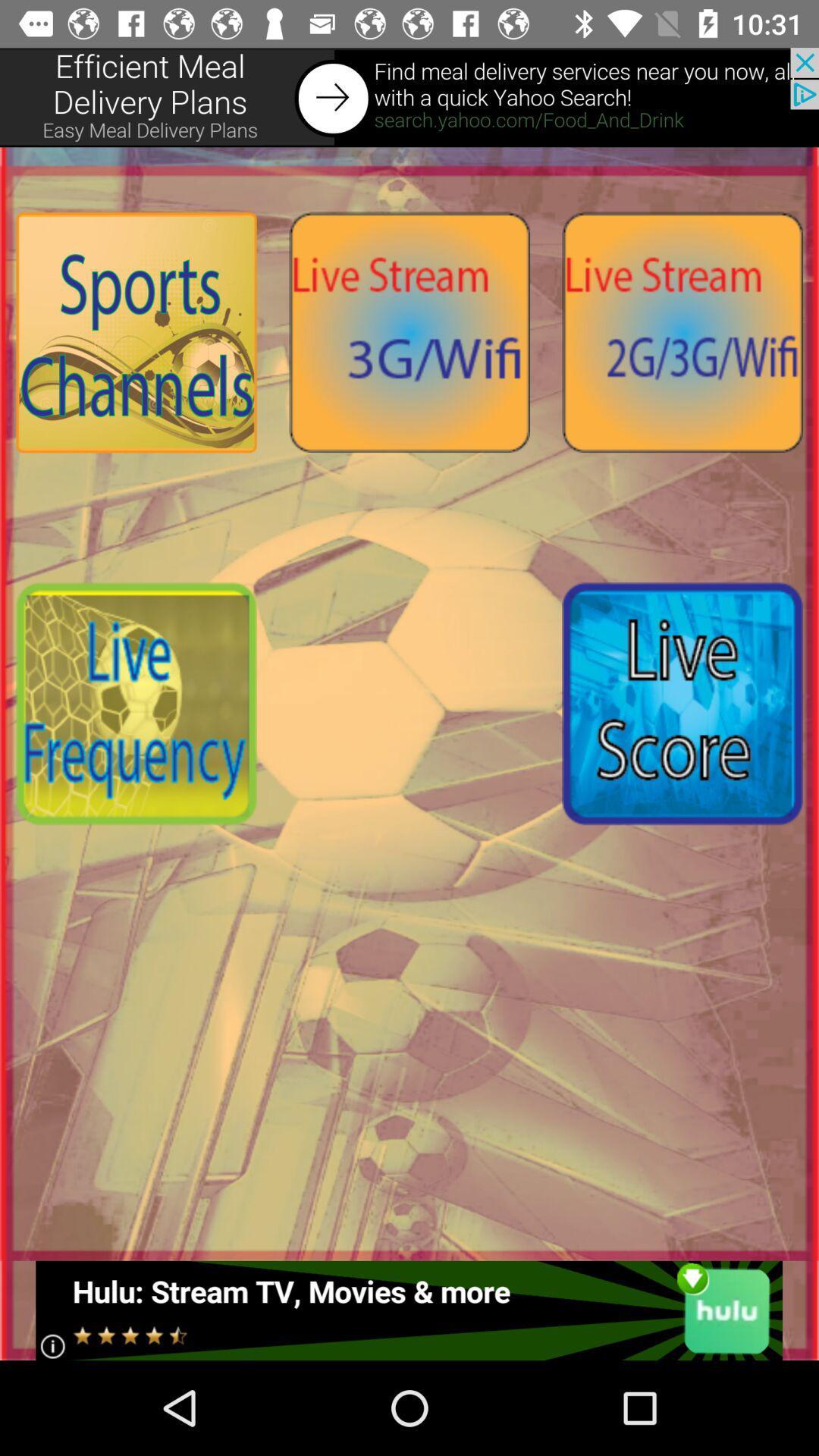  Describe the element at coordinates (136, 703) in the screenshot. I see `live frequency` at that location.